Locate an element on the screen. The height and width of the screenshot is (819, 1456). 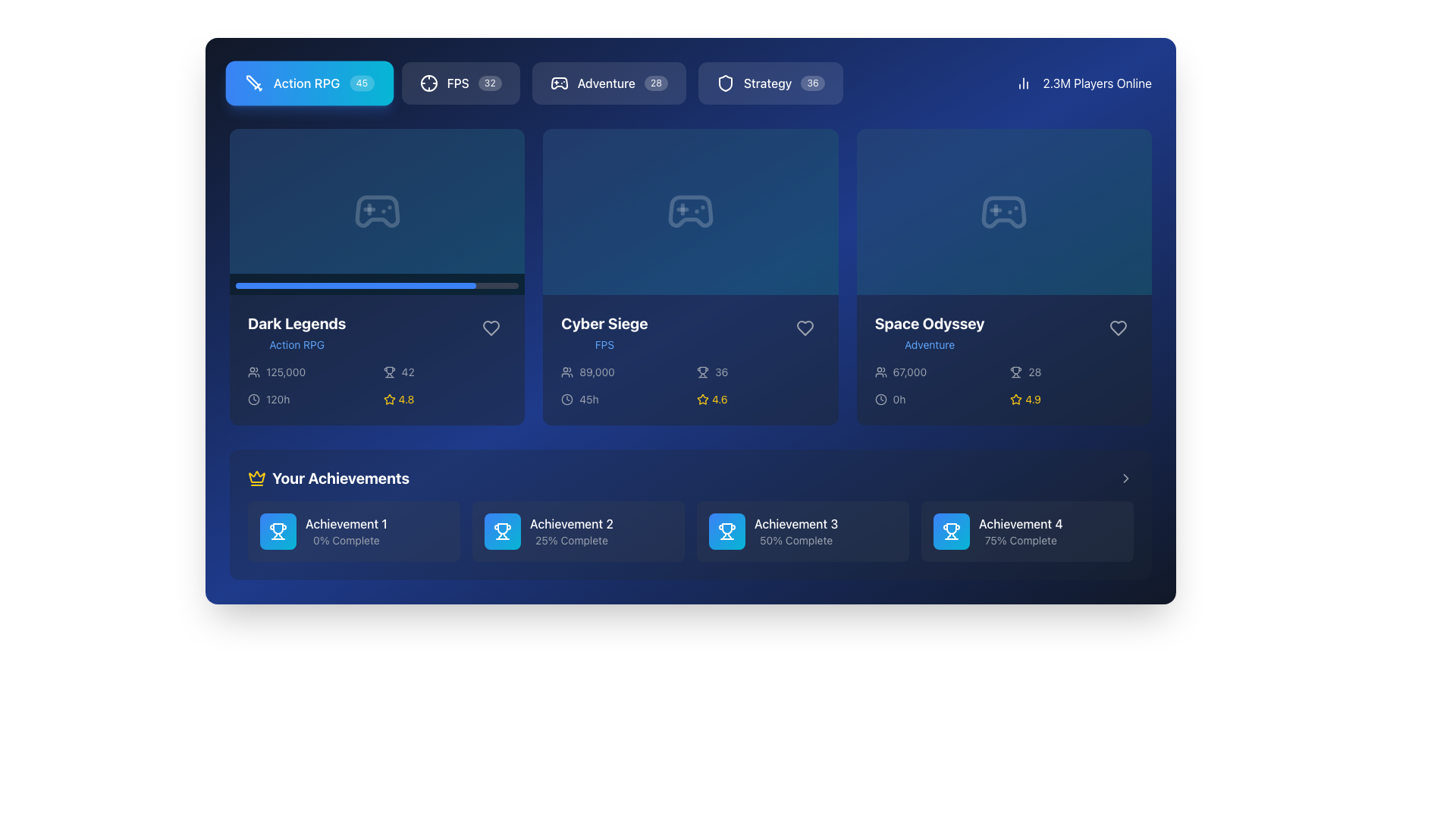
the iconic geometric shape resembling a triangular arrow-like structure located in the top-left corner of the interface within the 'Action RPG' tab is located at coordinates (253, 82).